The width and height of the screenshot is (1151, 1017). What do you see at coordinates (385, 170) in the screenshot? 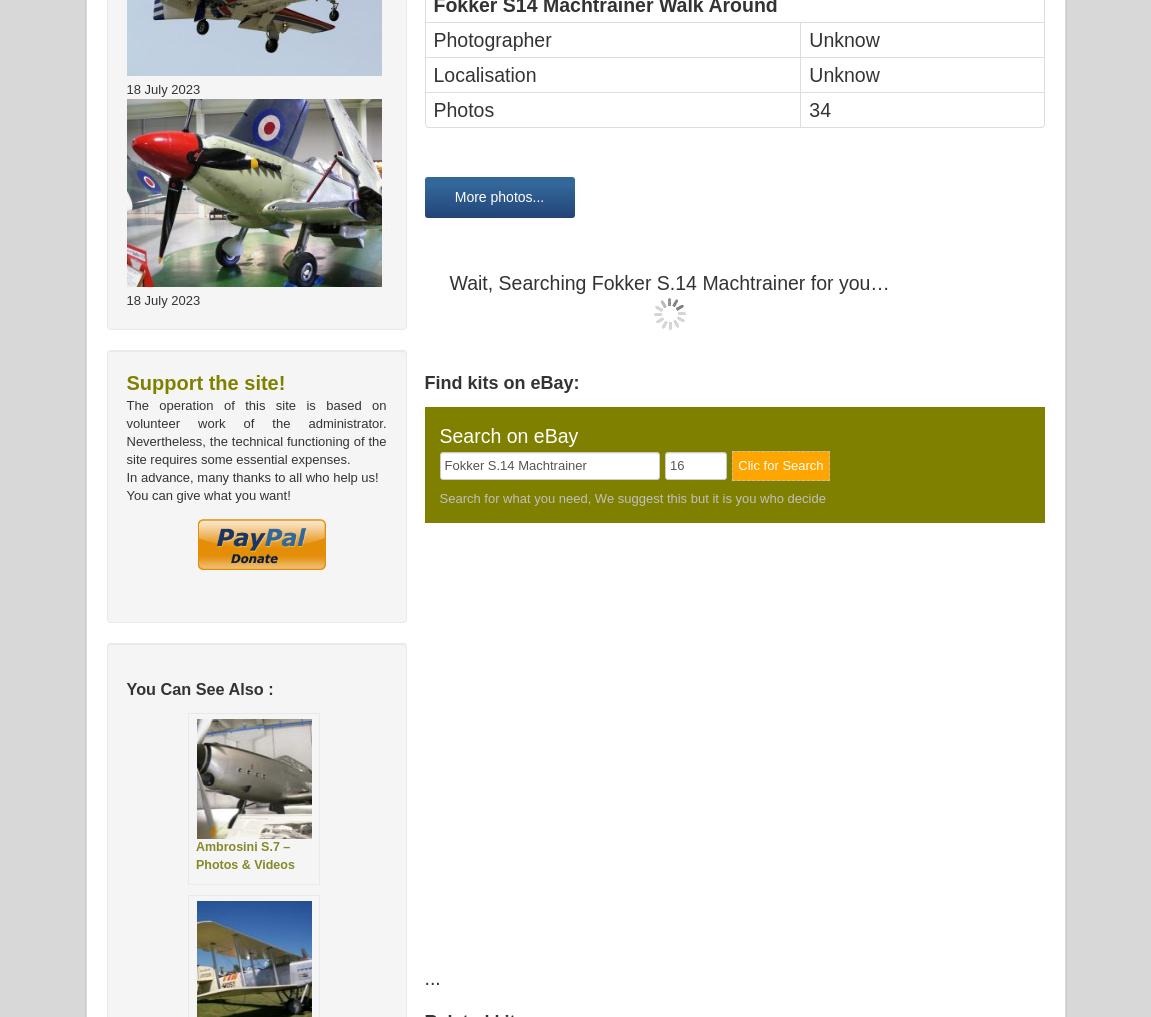
I see `'Supermarine Seafire – Photos & Video'` at bounding box center [385, 170].